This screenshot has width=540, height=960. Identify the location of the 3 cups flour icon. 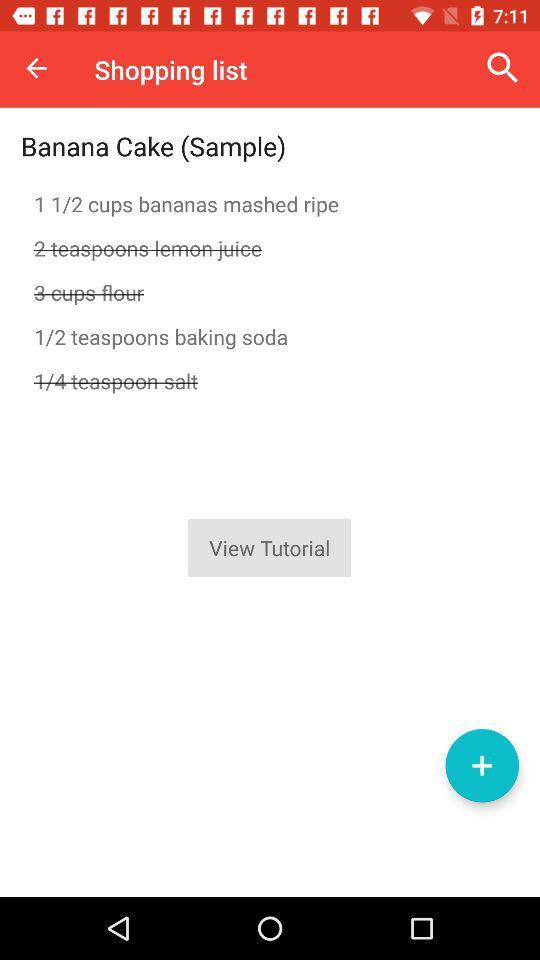
(270, 291).